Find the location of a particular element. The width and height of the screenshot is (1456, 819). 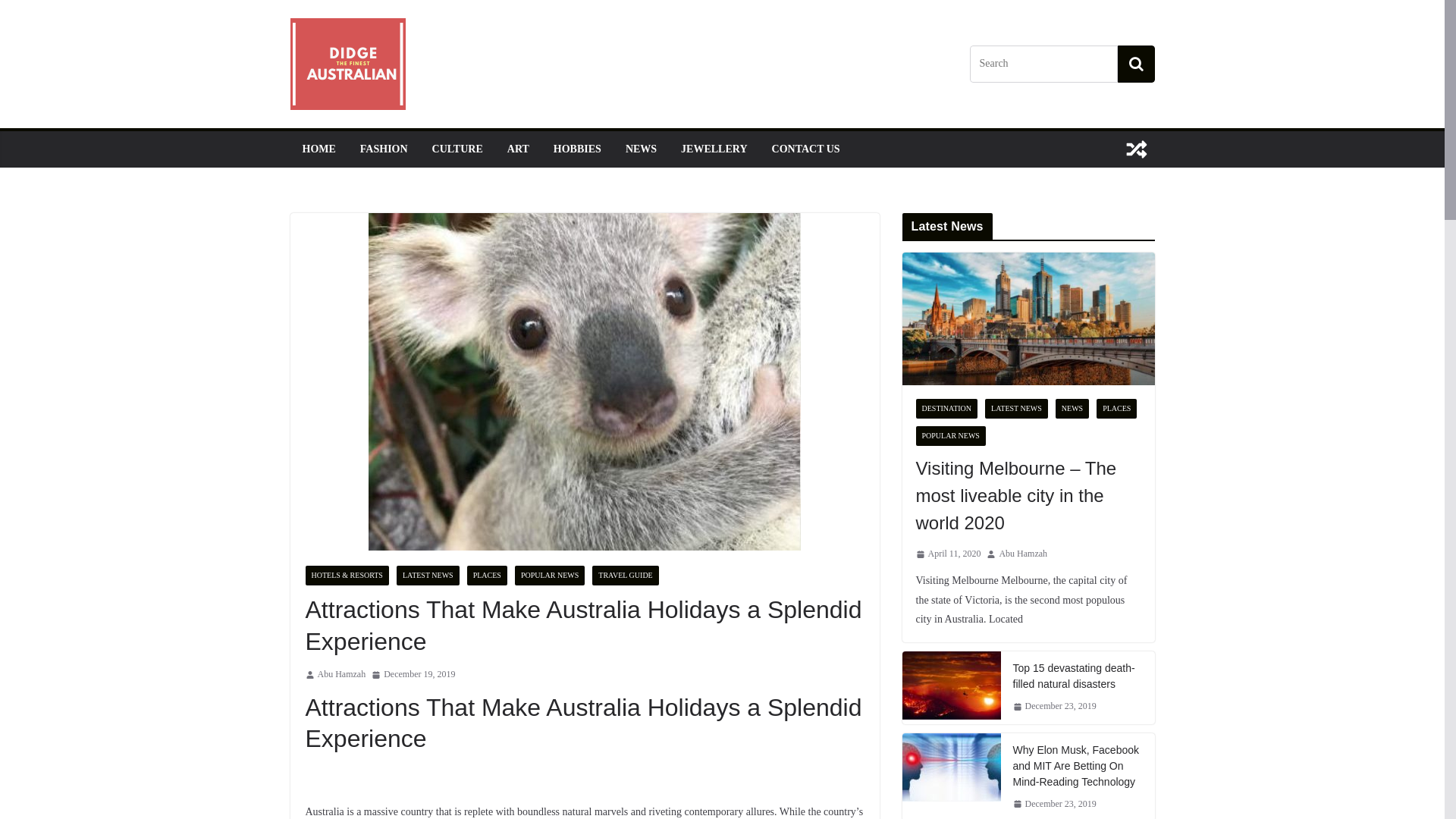

'Abu Hamzah' is located at coordinates (340, 674).